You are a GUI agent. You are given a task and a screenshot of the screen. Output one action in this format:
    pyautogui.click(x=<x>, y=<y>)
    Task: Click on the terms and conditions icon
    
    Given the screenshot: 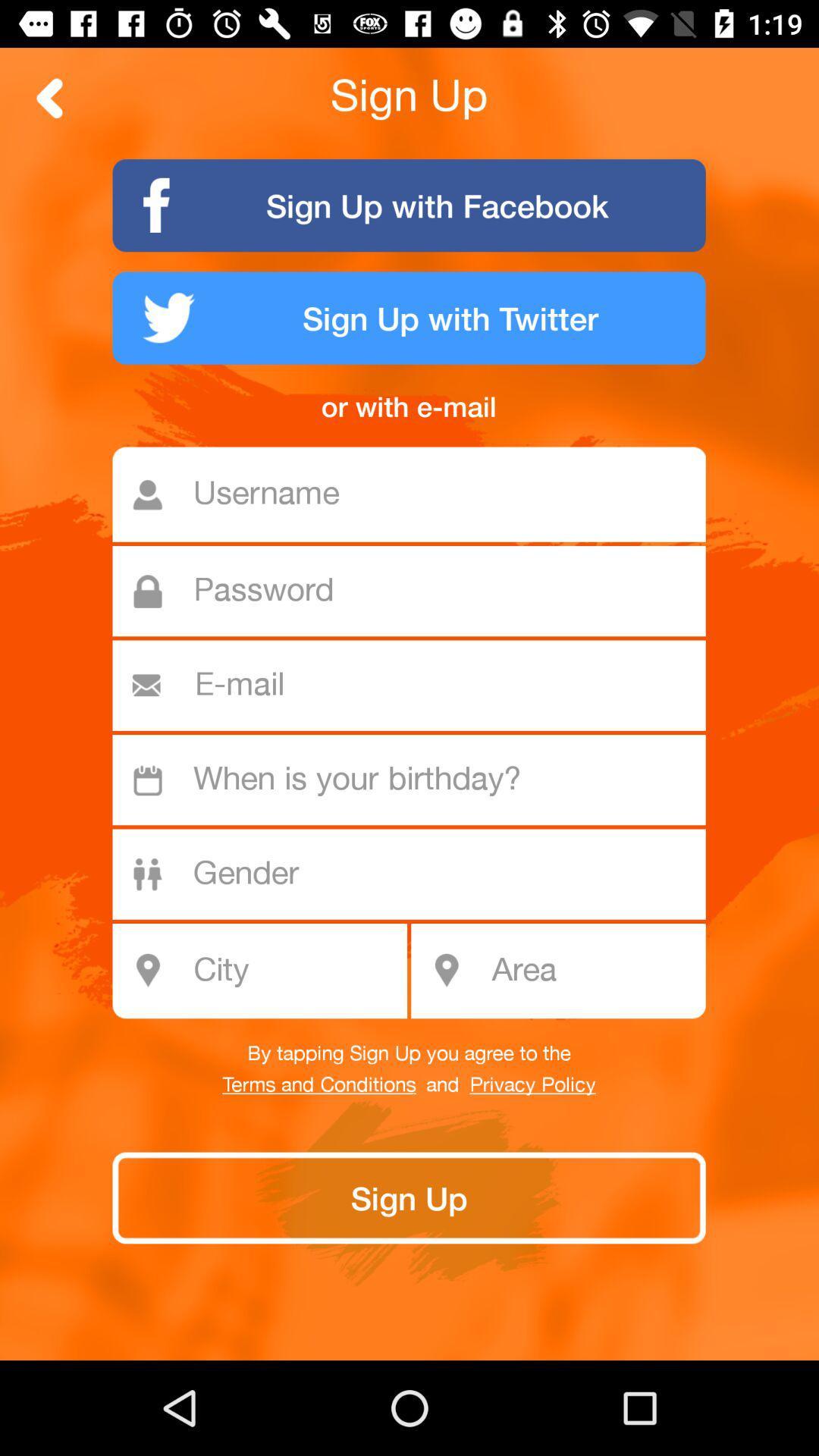 What is the action you would take?
    pyautogui.click(x=318, y=1084)
    